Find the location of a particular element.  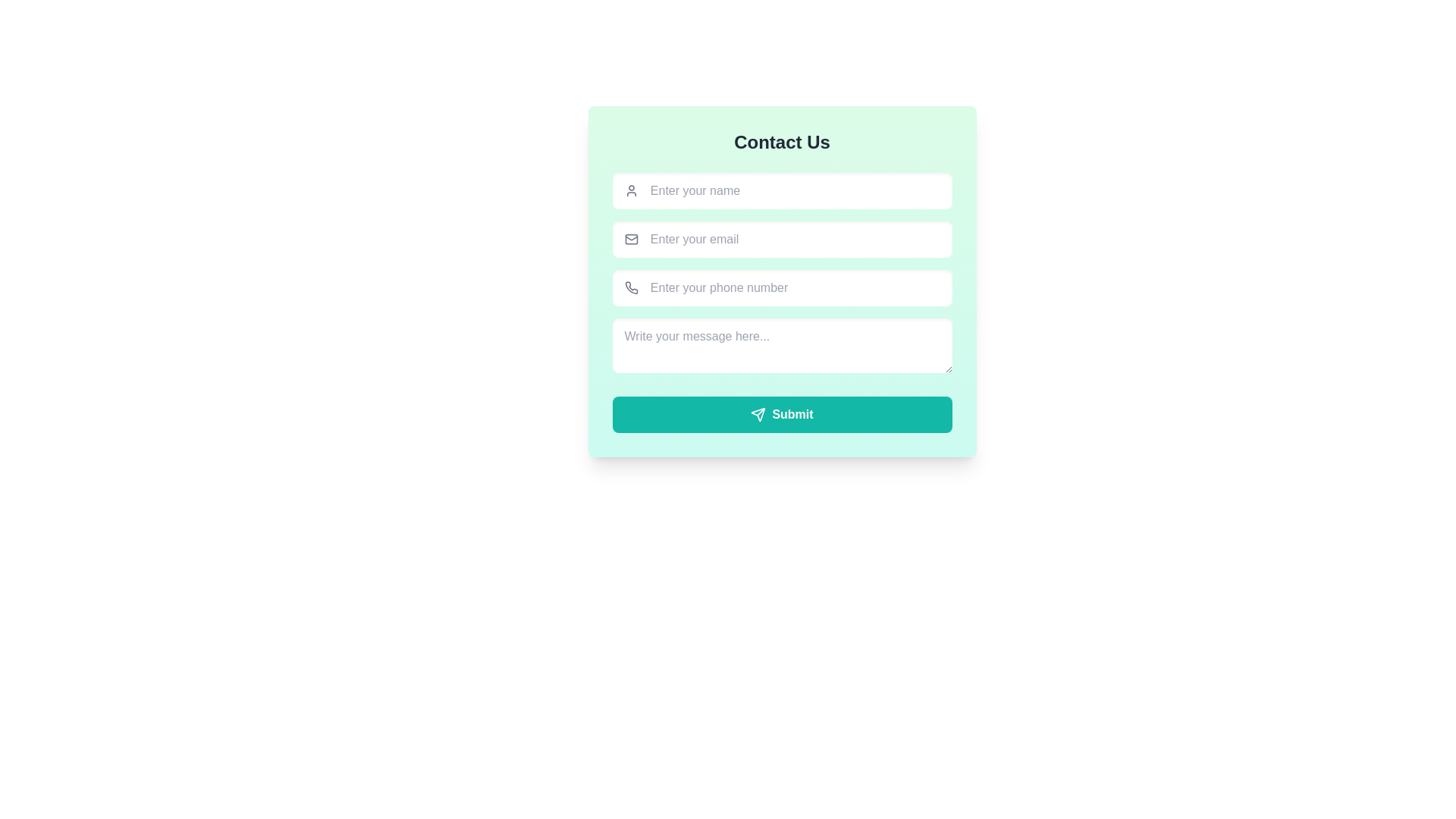

the user icon, which is an outline of a person's head and shoulders, gray in color, located to the left of the 'Enter your name' input field is located at coordinates (631, 190).